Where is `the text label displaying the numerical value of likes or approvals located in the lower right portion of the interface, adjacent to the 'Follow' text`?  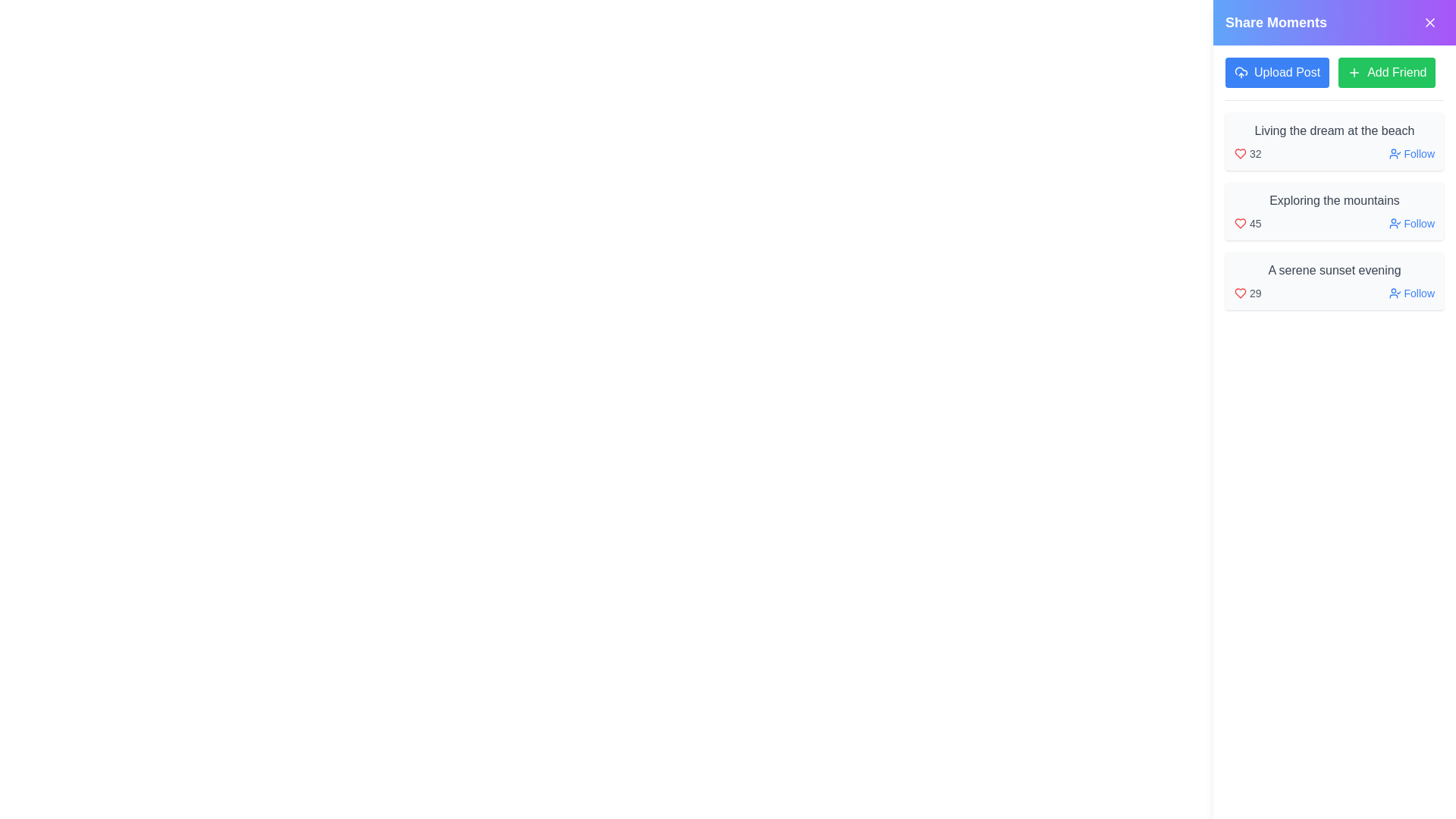
the text label displaying the numerical value of likes or approvals located in the lower right portion of the interface, adjacent to the 'Follow' text is located at coordinates (1247, 293).